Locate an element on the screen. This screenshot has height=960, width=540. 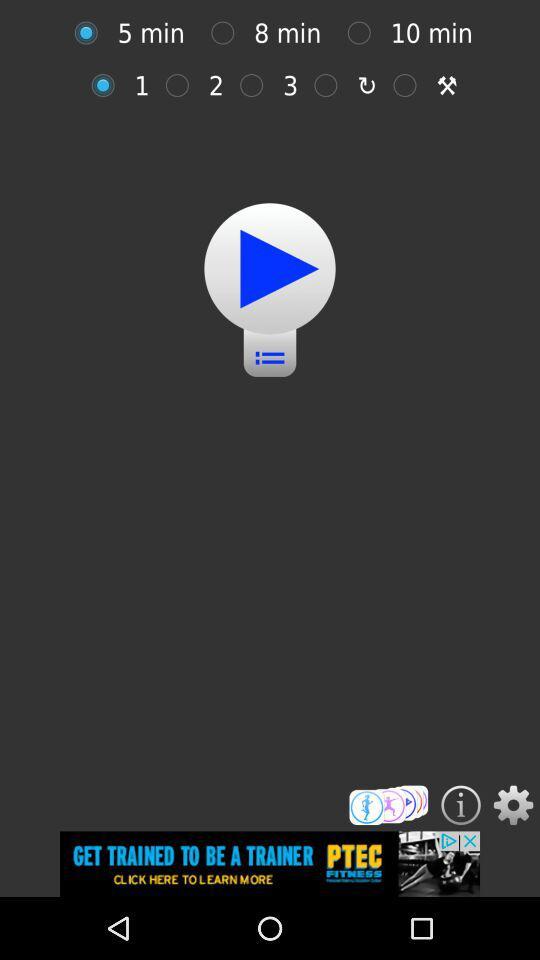
to option is located at coordinates (363, 32).